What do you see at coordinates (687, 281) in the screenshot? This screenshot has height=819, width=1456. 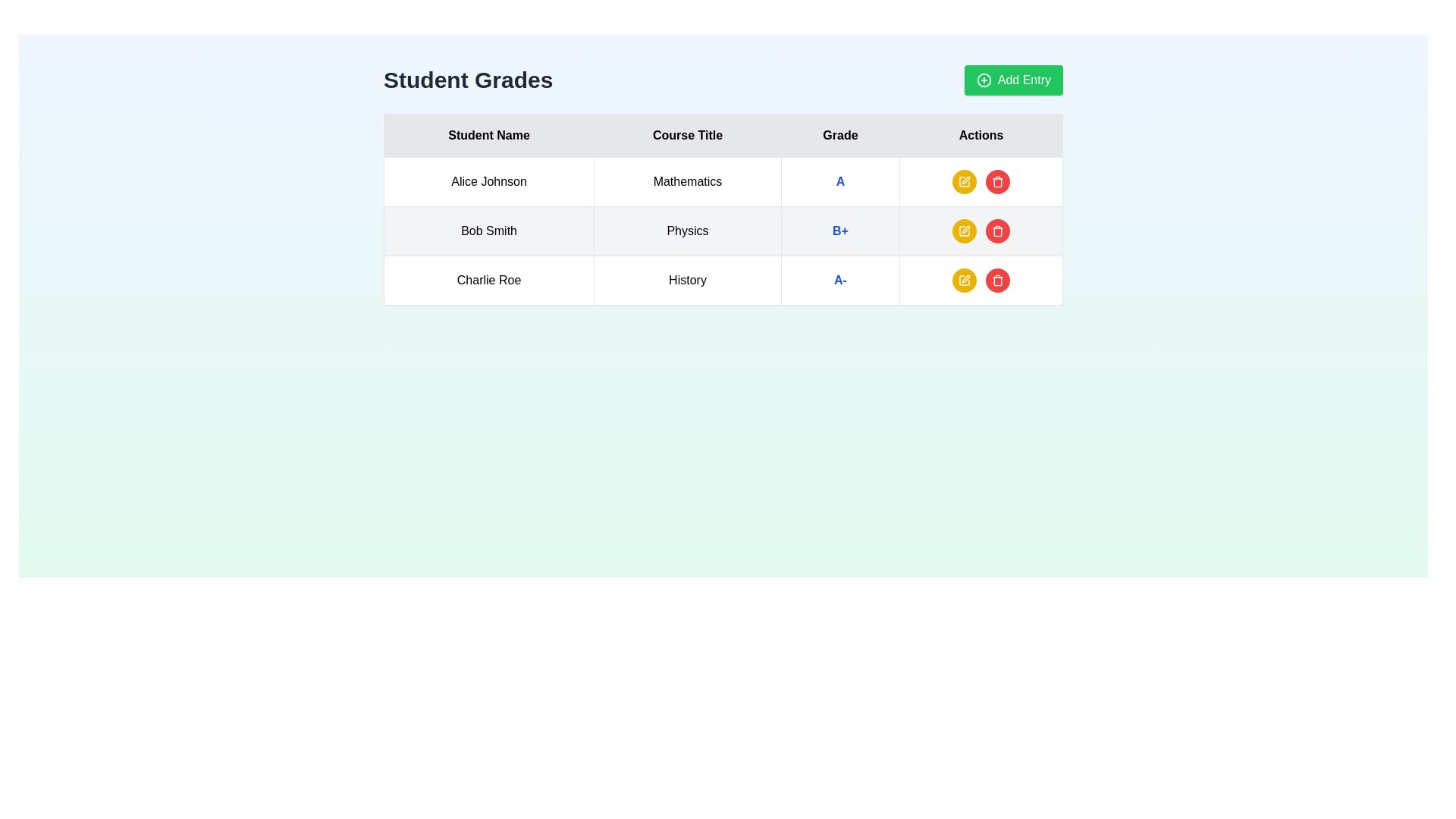 I see `the text label displaying the course title associated with Charlie Roe, which is located in the second column of the third row of a table, following the 'Student Name' column and preceding the 'Grade' column` at bounding box center [687, 281].